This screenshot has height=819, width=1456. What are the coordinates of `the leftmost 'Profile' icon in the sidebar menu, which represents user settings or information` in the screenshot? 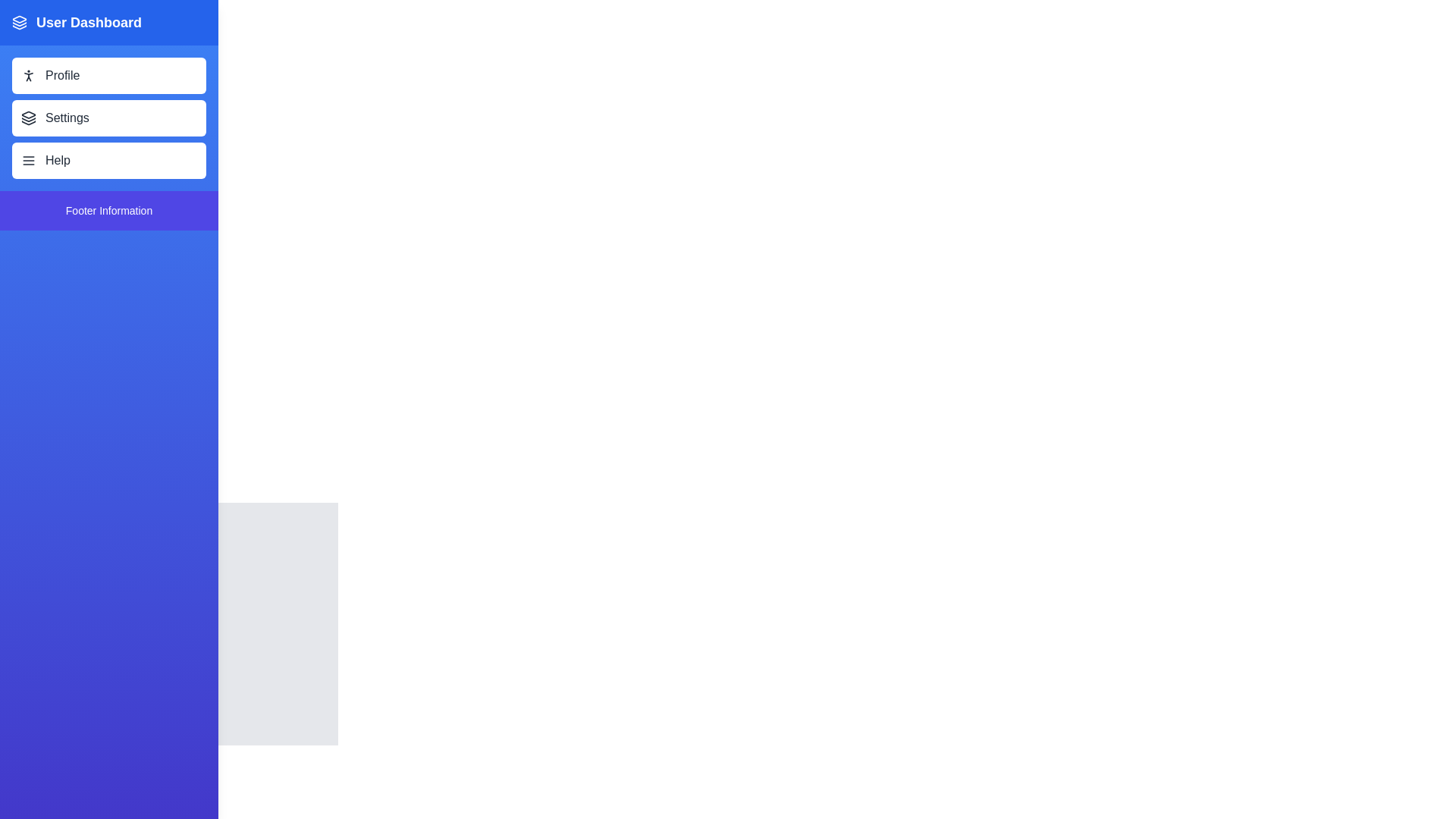 It's located at (29, 76).